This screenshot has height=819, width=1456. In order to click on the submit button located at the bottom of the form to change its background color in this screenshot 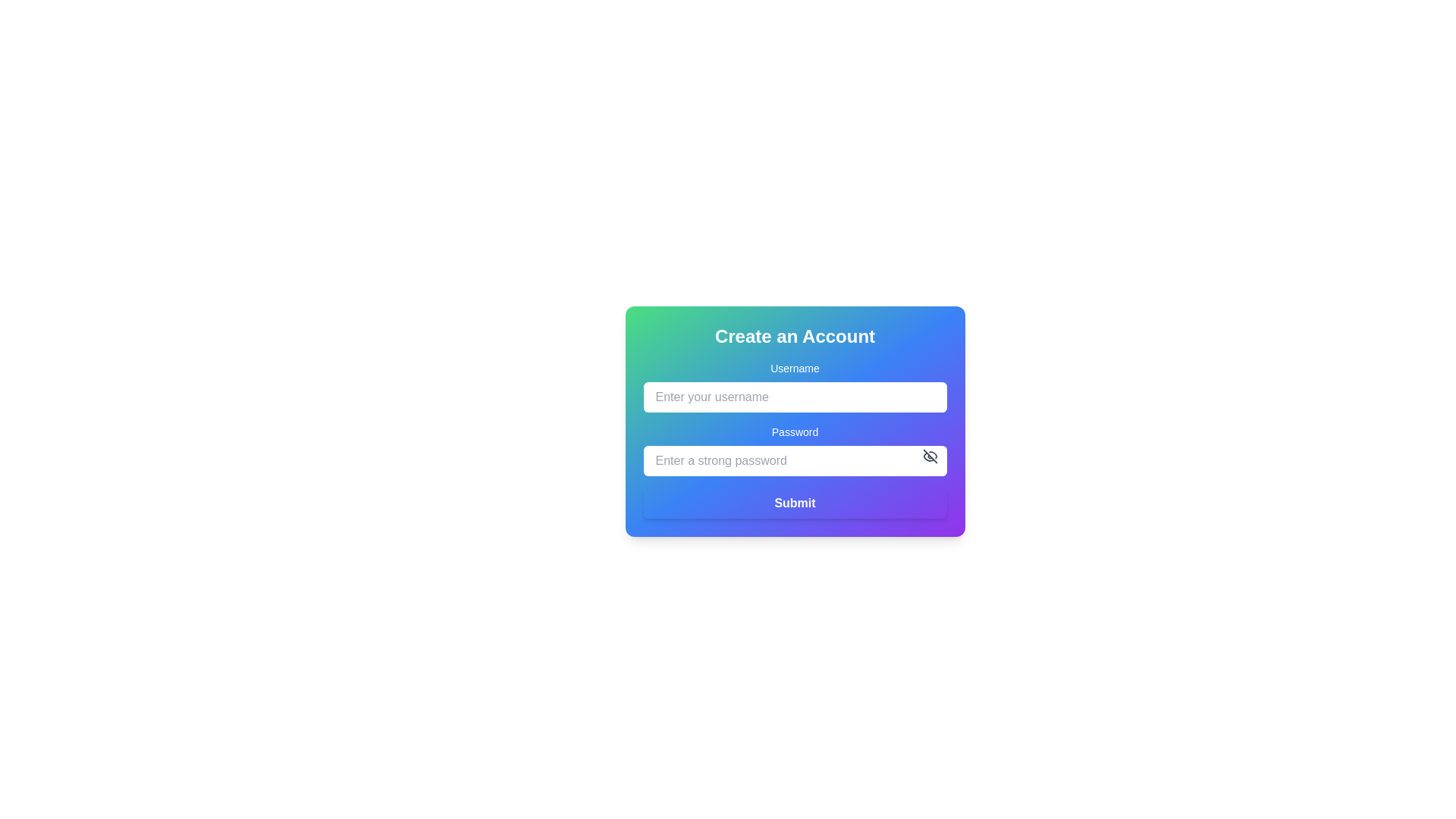, I will do `click(794, 503)`.